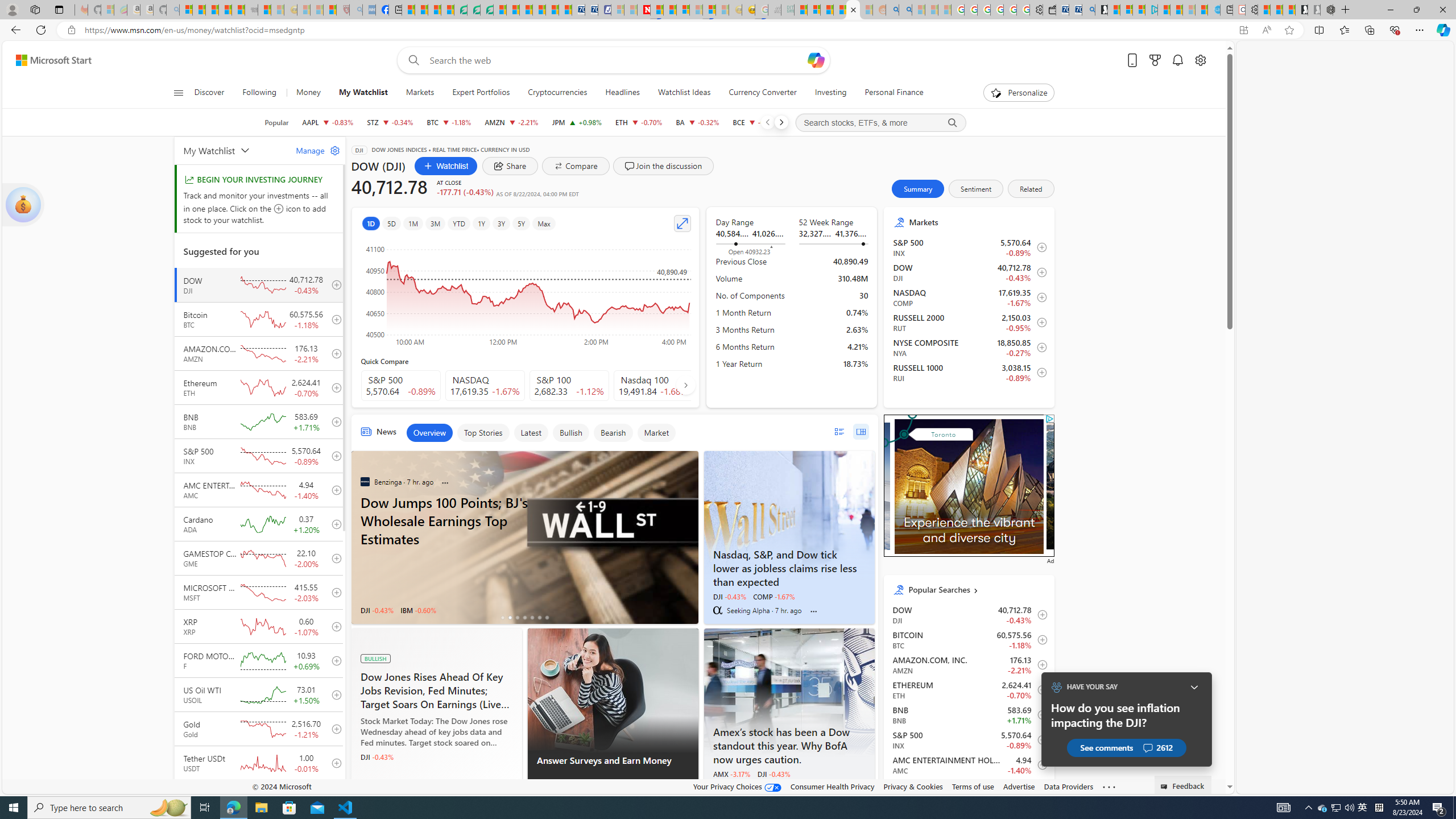 The width and height of the screenshot is (1456, 819). What do you see at coordinates (656, 433) in the screenshot?
I see `'Market'` at bounding box center [656, 433].